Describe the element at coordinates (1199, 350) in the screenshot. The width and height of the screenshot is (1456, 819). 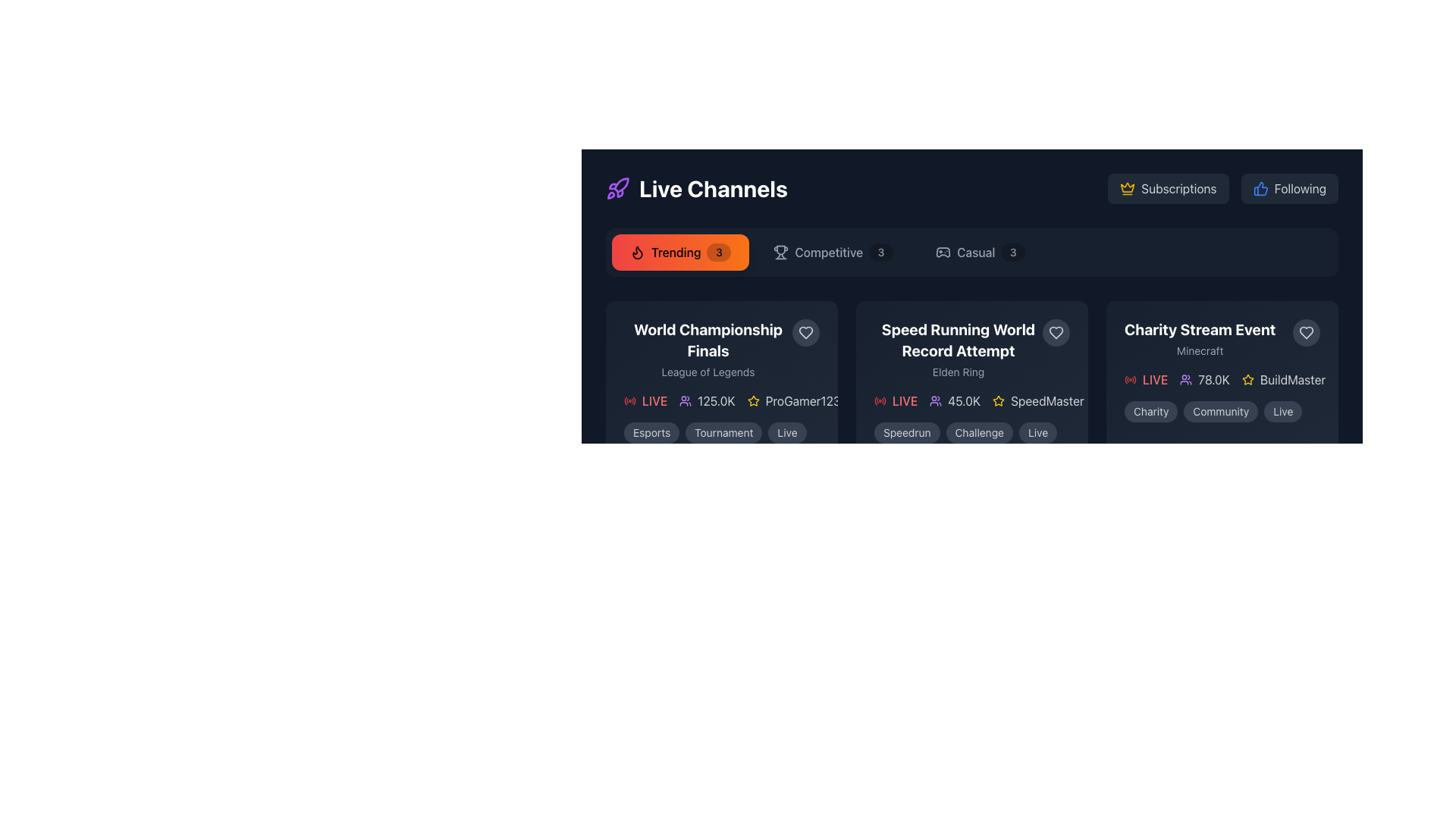
I see `the text label displaying 'Minecraft' which is centrally aligned under the title 'Charity Stream Event' in the last card of the live stream event row` at that location.